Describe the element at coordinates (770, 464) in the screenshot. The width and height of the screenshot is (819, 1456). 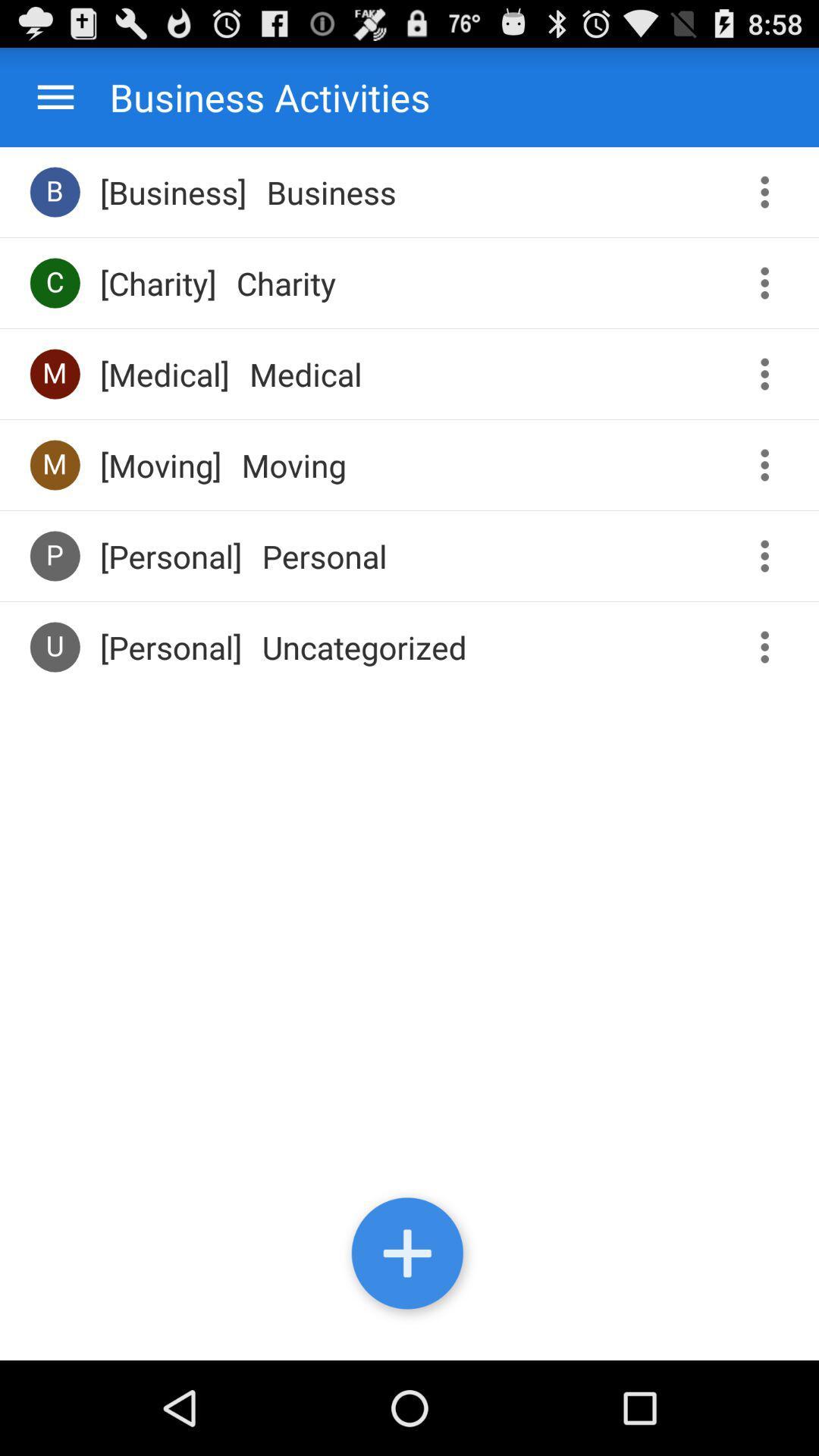
I see `more details` at that location.